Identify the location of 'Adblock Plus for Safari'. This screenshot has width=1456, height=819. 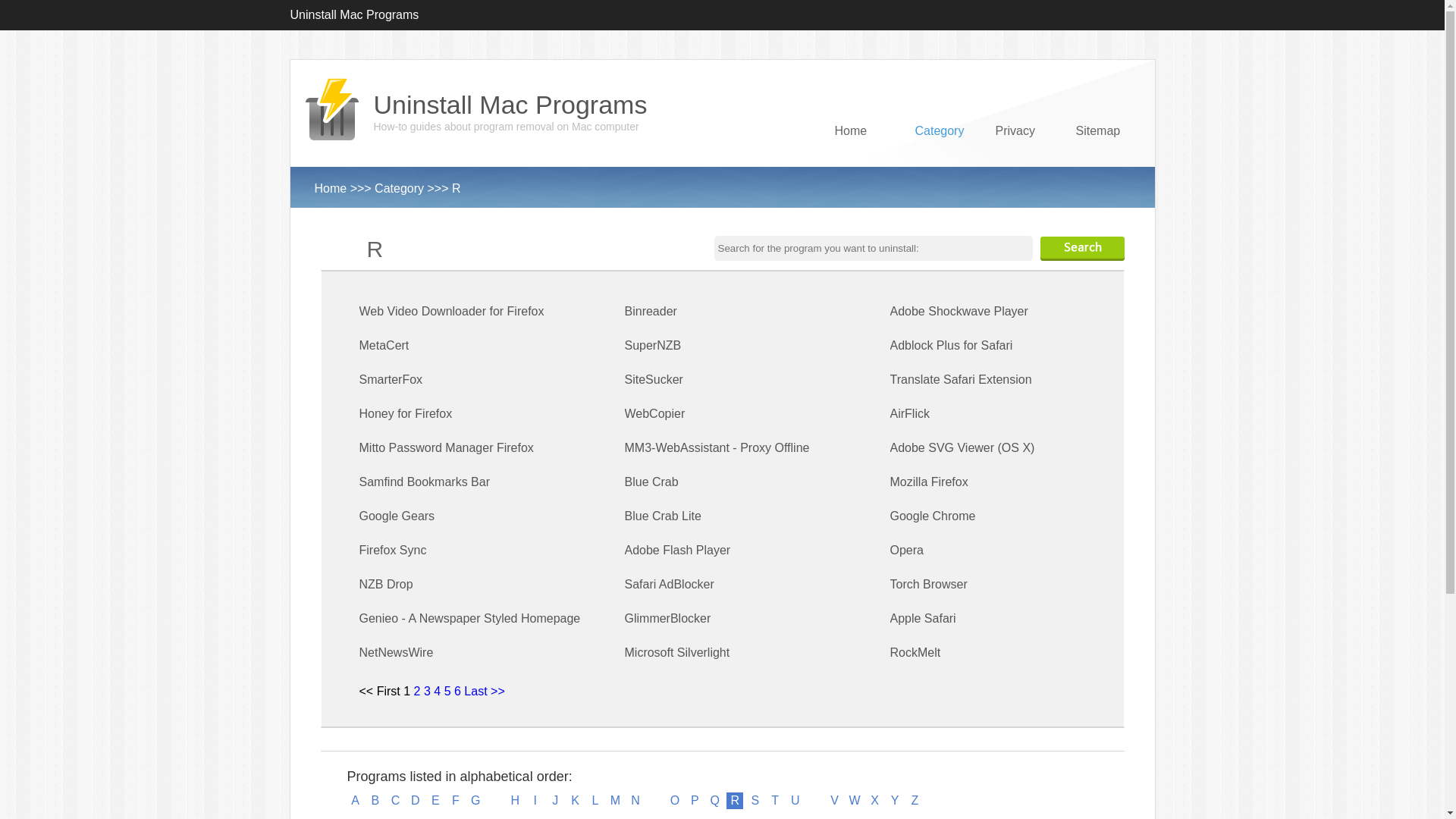
(950, 345).